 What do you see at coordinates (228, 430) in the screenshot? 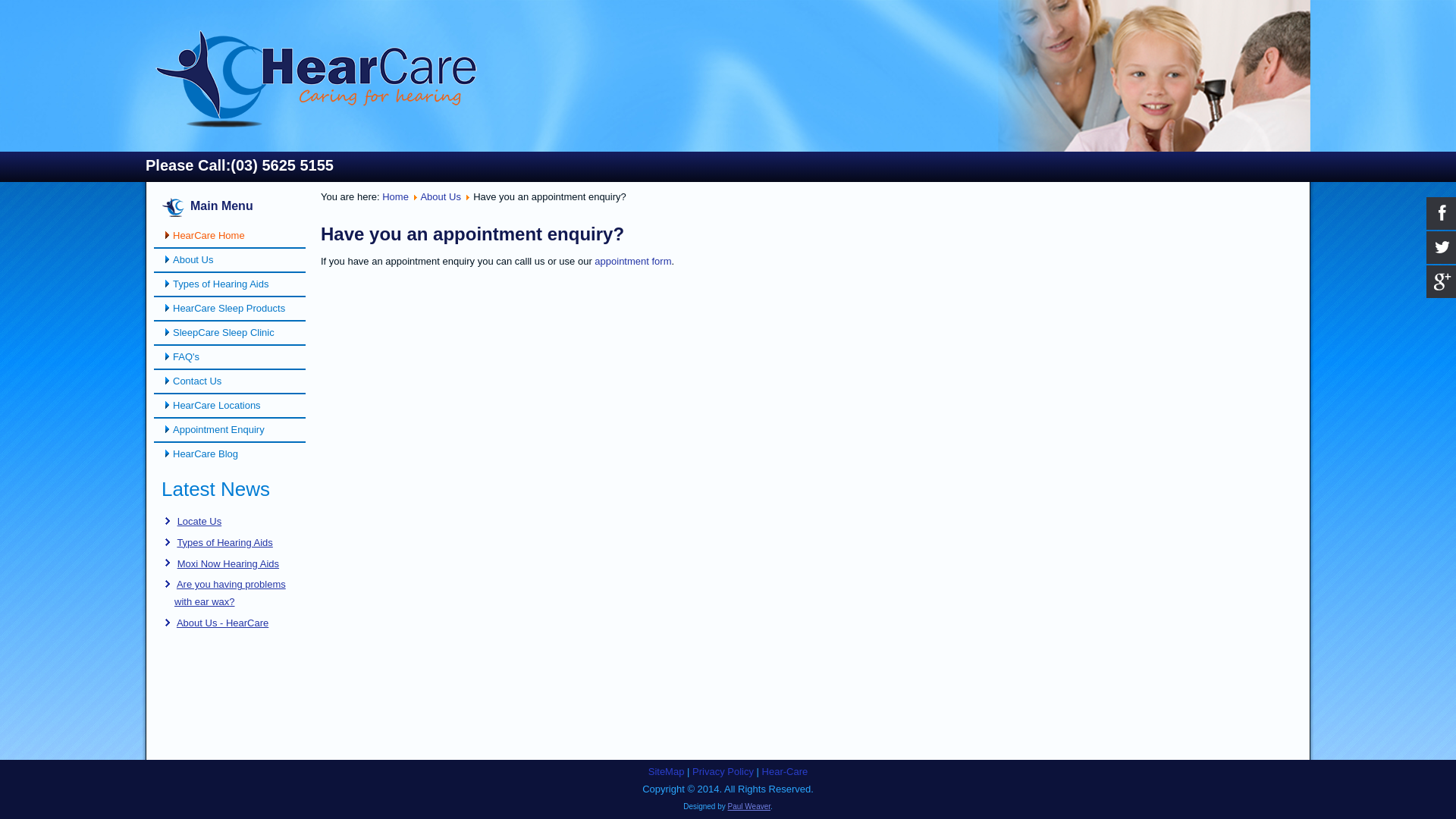
I see `'Appointment Enquiry'` at bounding box center [228, 430].